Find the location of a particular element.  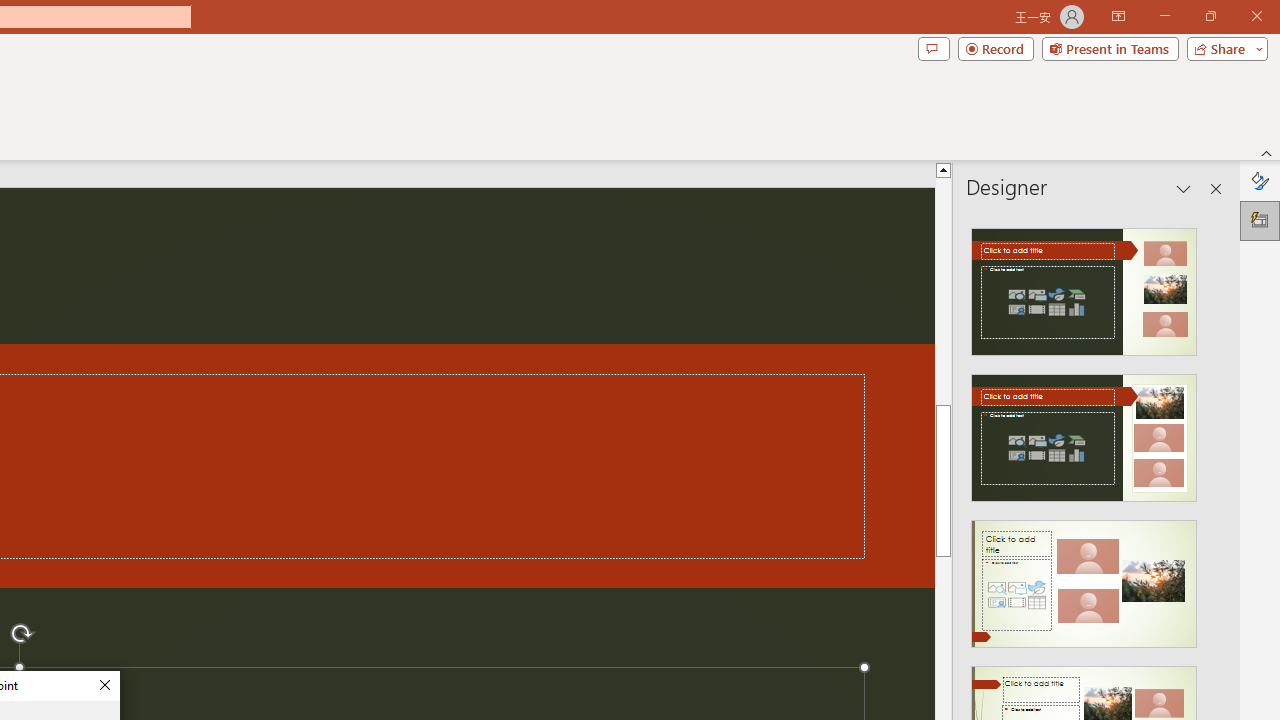

'Recommended Design: Design Idea' is located at coordinates (1083, 286).